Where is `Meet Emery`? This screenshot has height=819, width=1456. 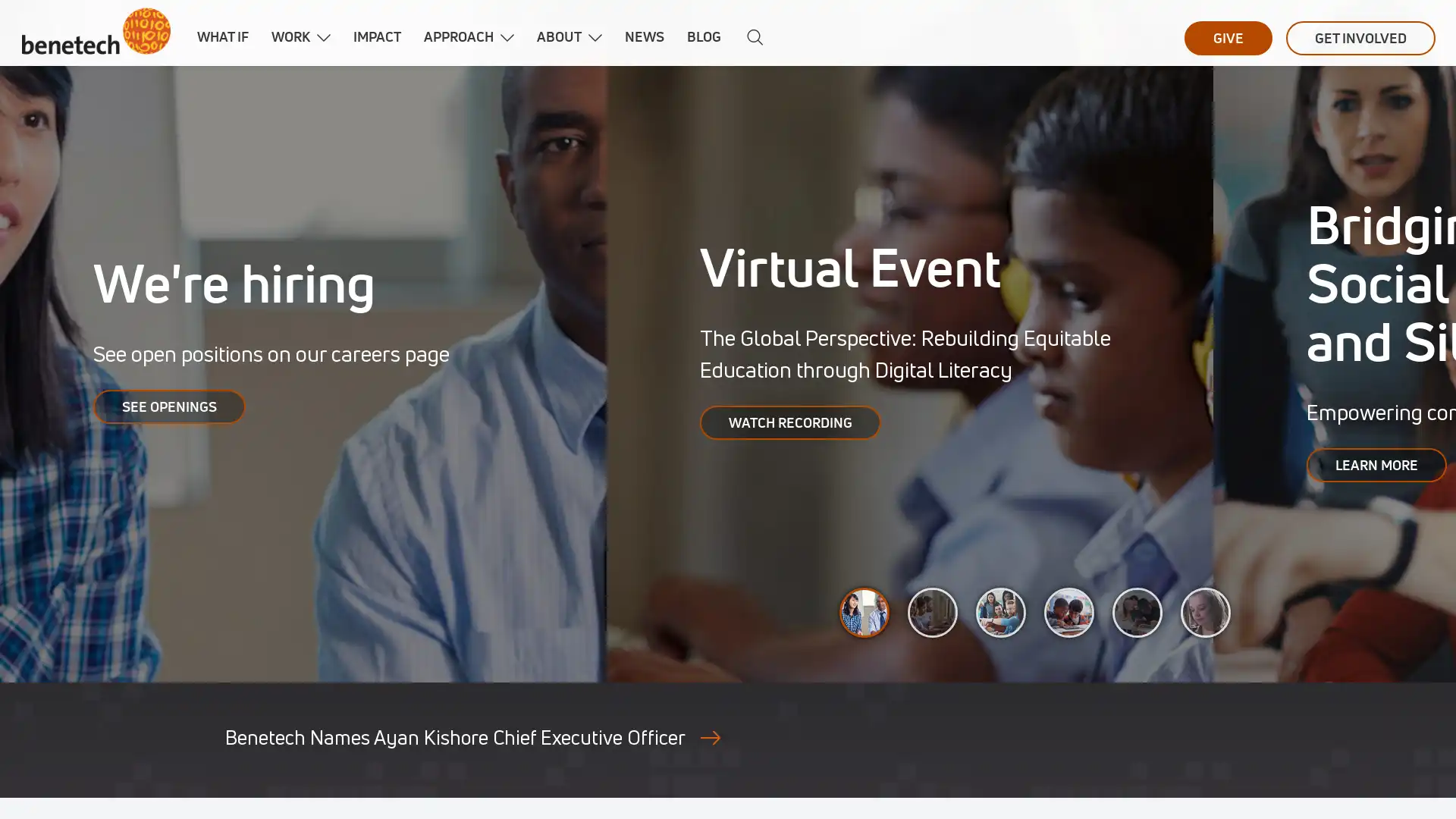
Meet Emery is located at coordinates (1204, 611).